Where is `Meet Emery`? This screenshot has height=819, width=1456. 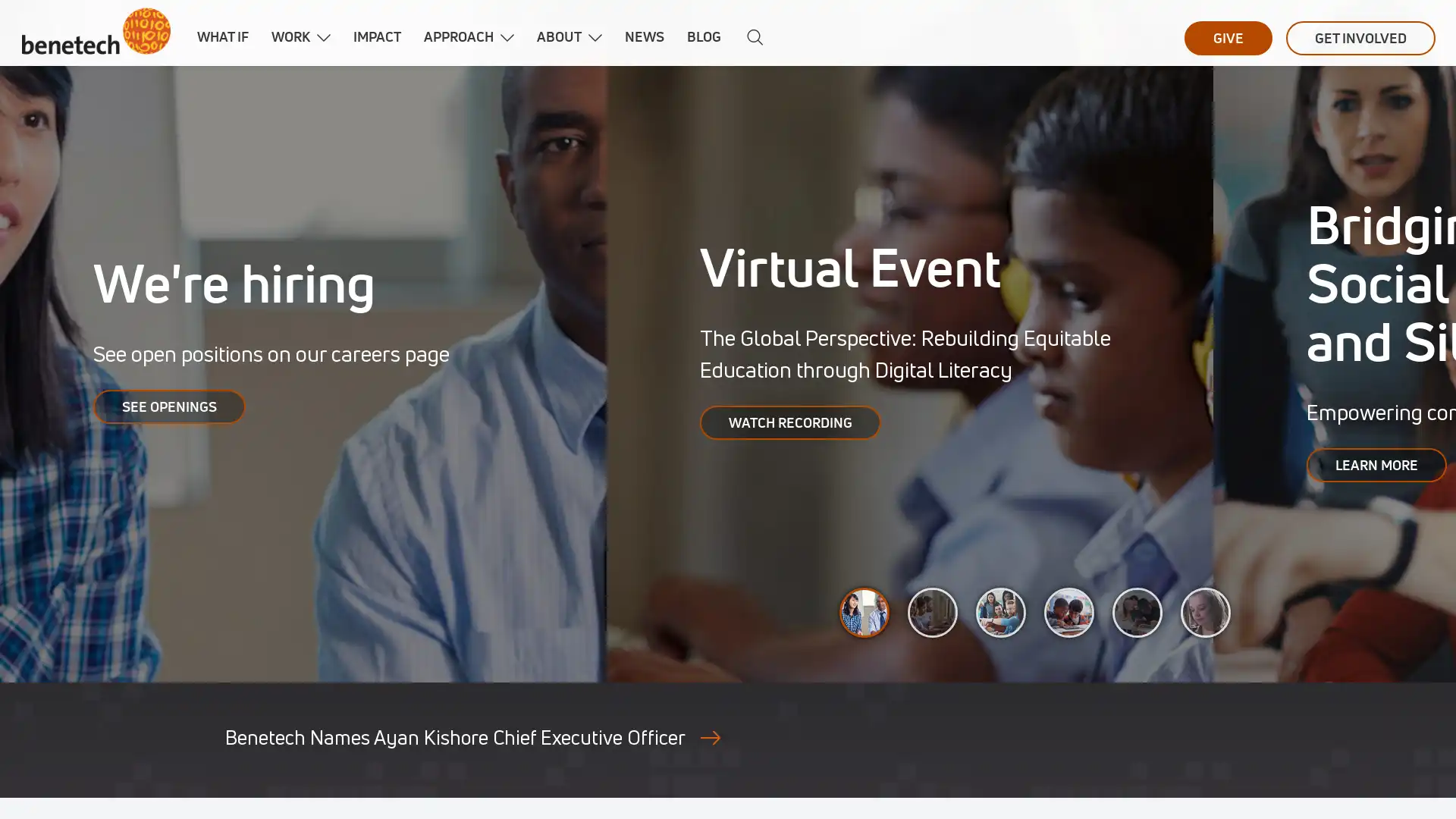
Meet Emery is located at coordinates (1204, 611).